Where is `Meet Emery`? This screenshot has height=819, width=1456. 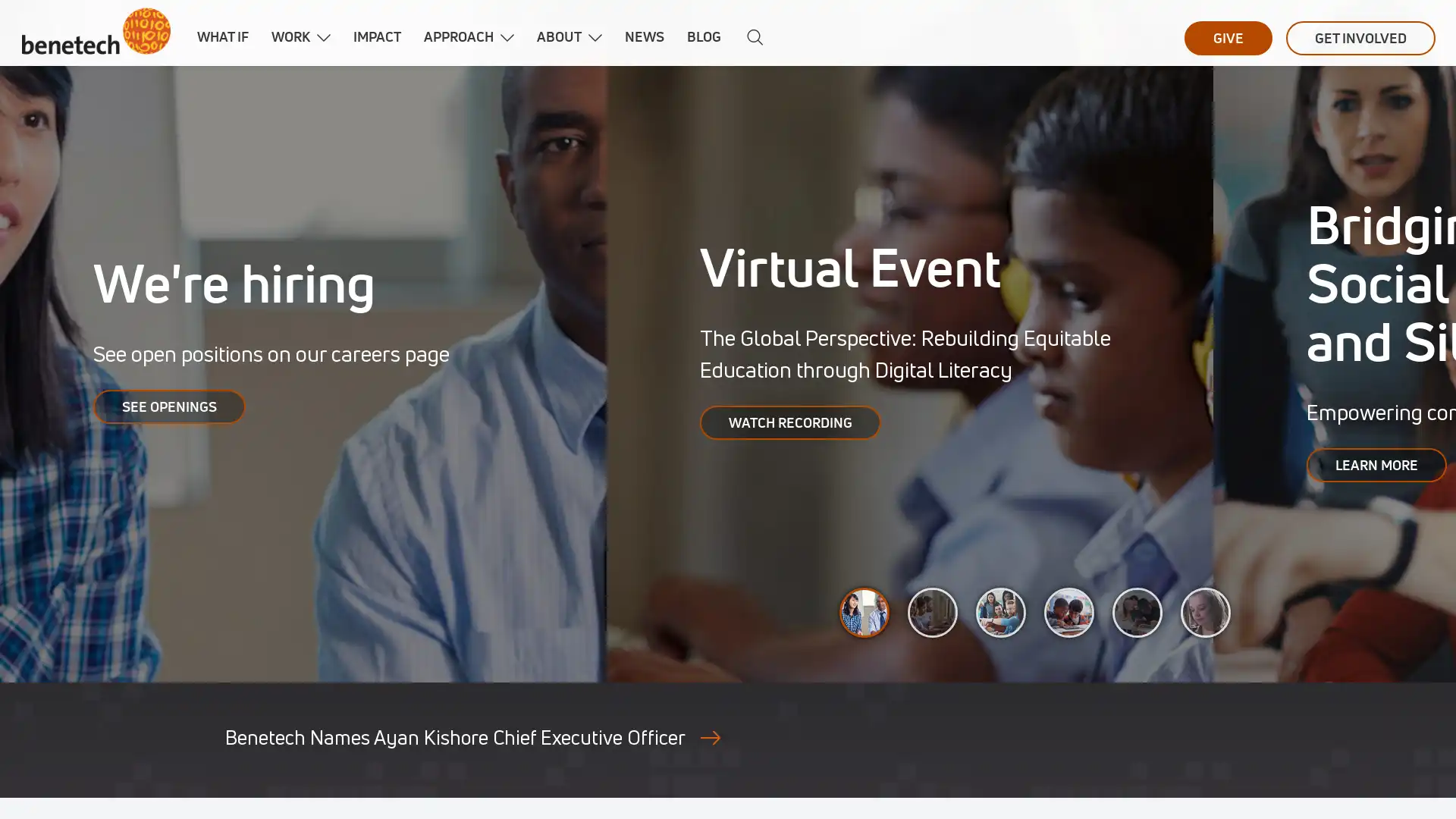
Meet Emery is located at coordinates (1204, 611).